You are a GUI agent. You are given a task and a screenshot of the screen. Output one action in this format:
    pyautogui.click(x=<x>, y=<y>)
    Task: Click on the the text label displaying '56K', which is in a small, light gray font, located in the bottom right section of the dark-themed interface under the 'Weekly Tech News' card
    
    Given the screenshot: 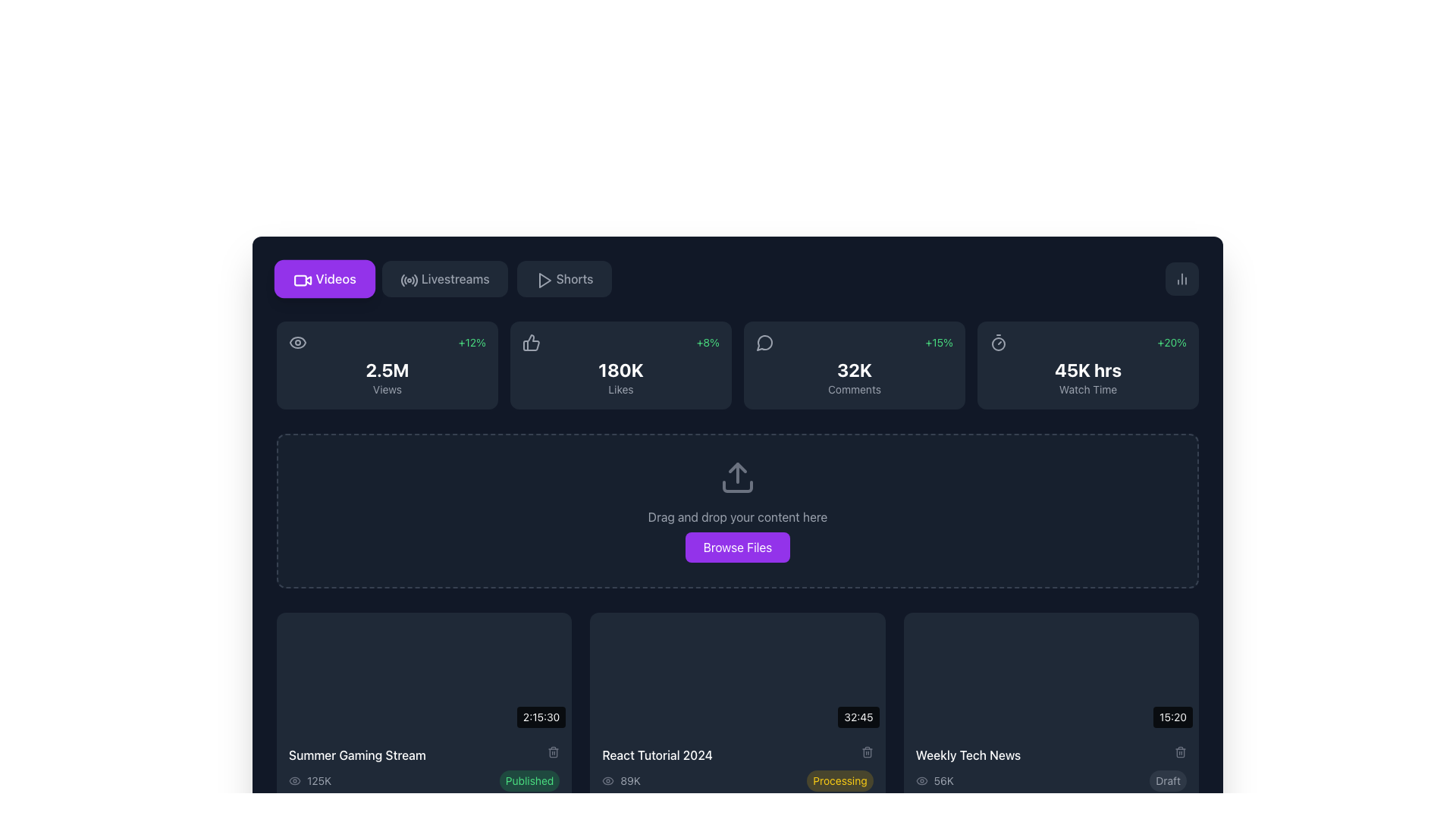 What is the action you would take?
    pyautogui.click(x=943, y=780)
    